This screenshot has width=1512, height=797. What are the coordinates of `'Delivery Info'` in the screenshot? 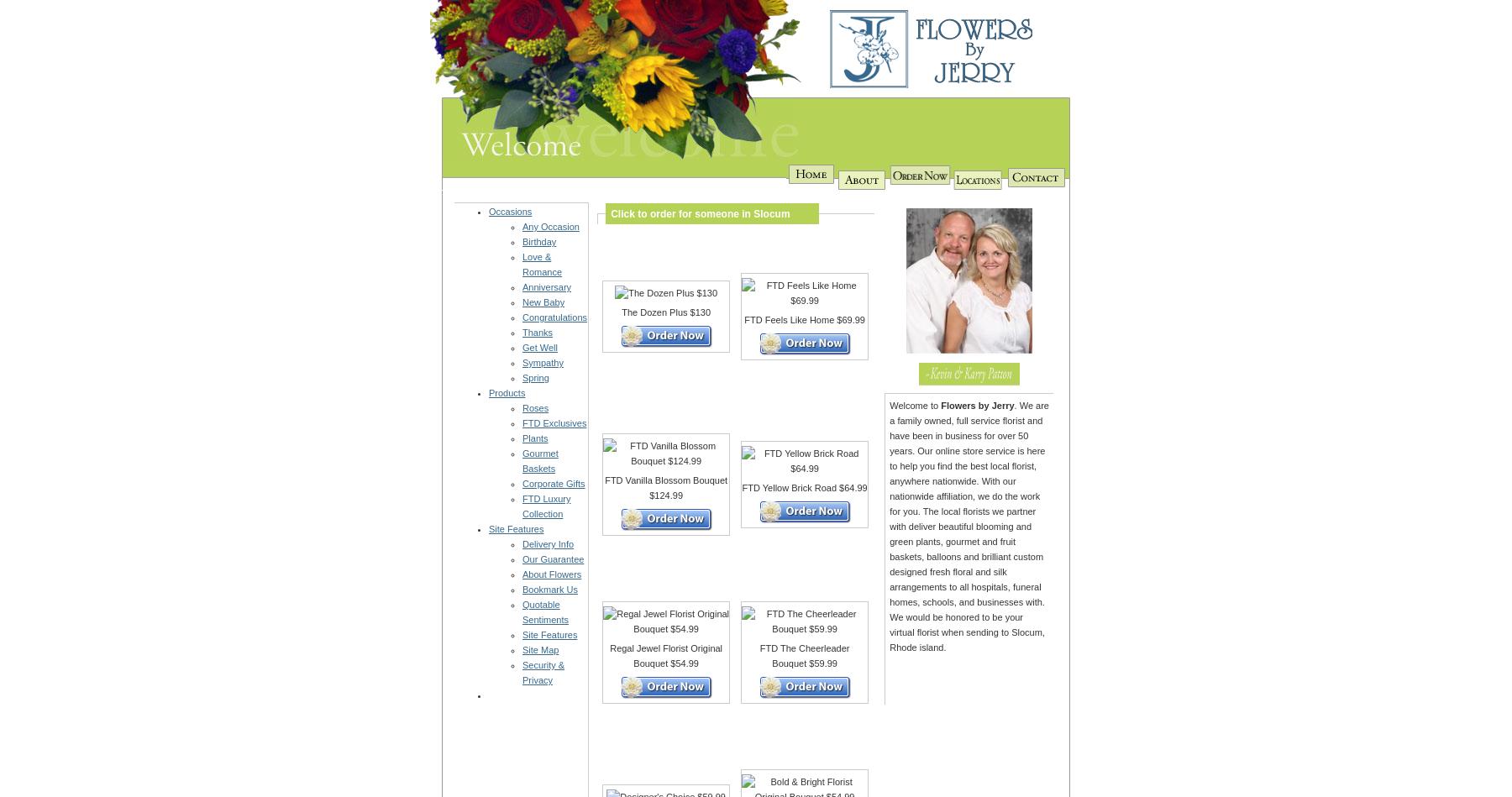 It's located at (548, 543).